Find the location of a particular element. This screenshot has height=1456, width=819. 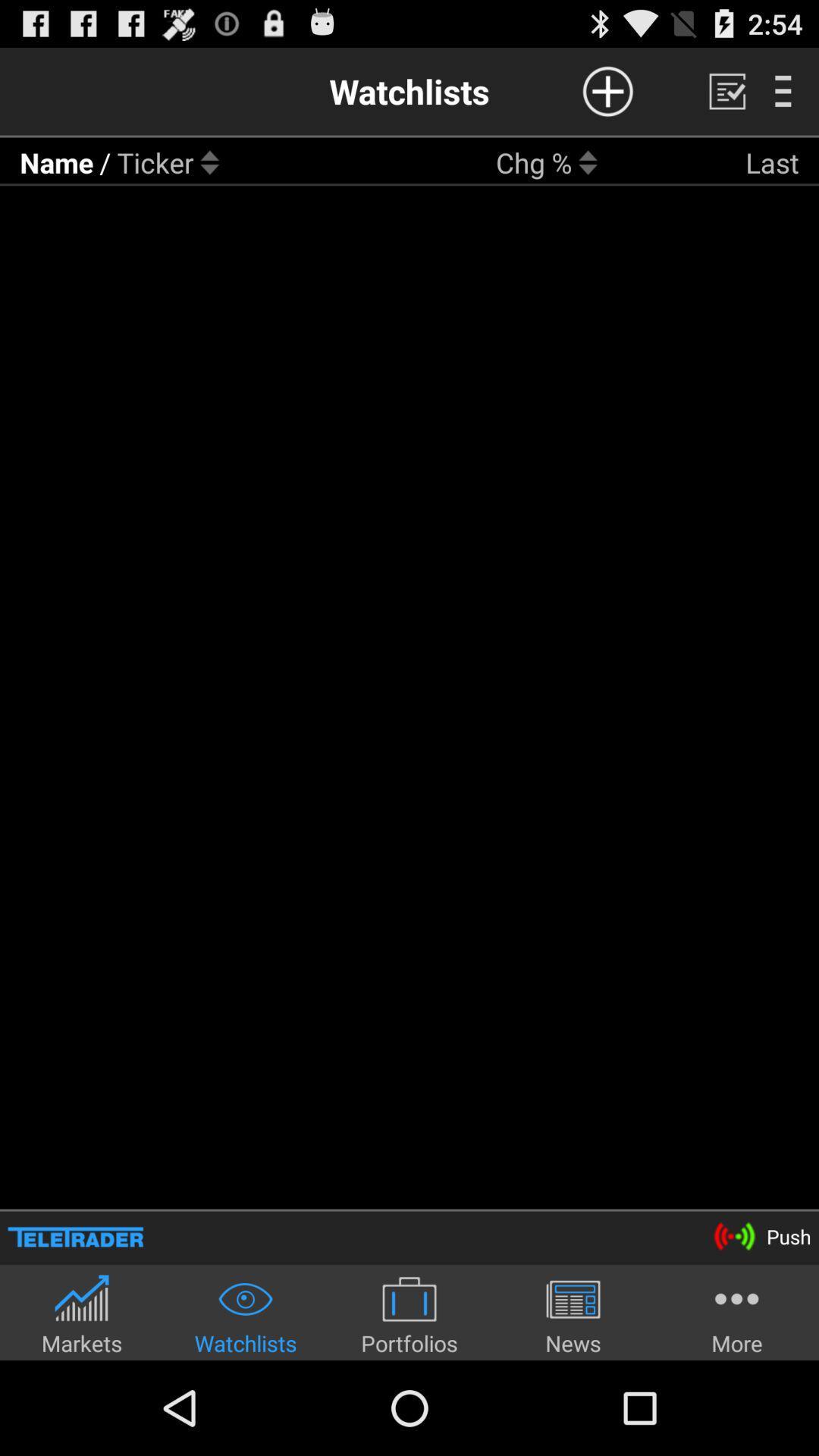

markets item is located at coordinates (82, 1313).